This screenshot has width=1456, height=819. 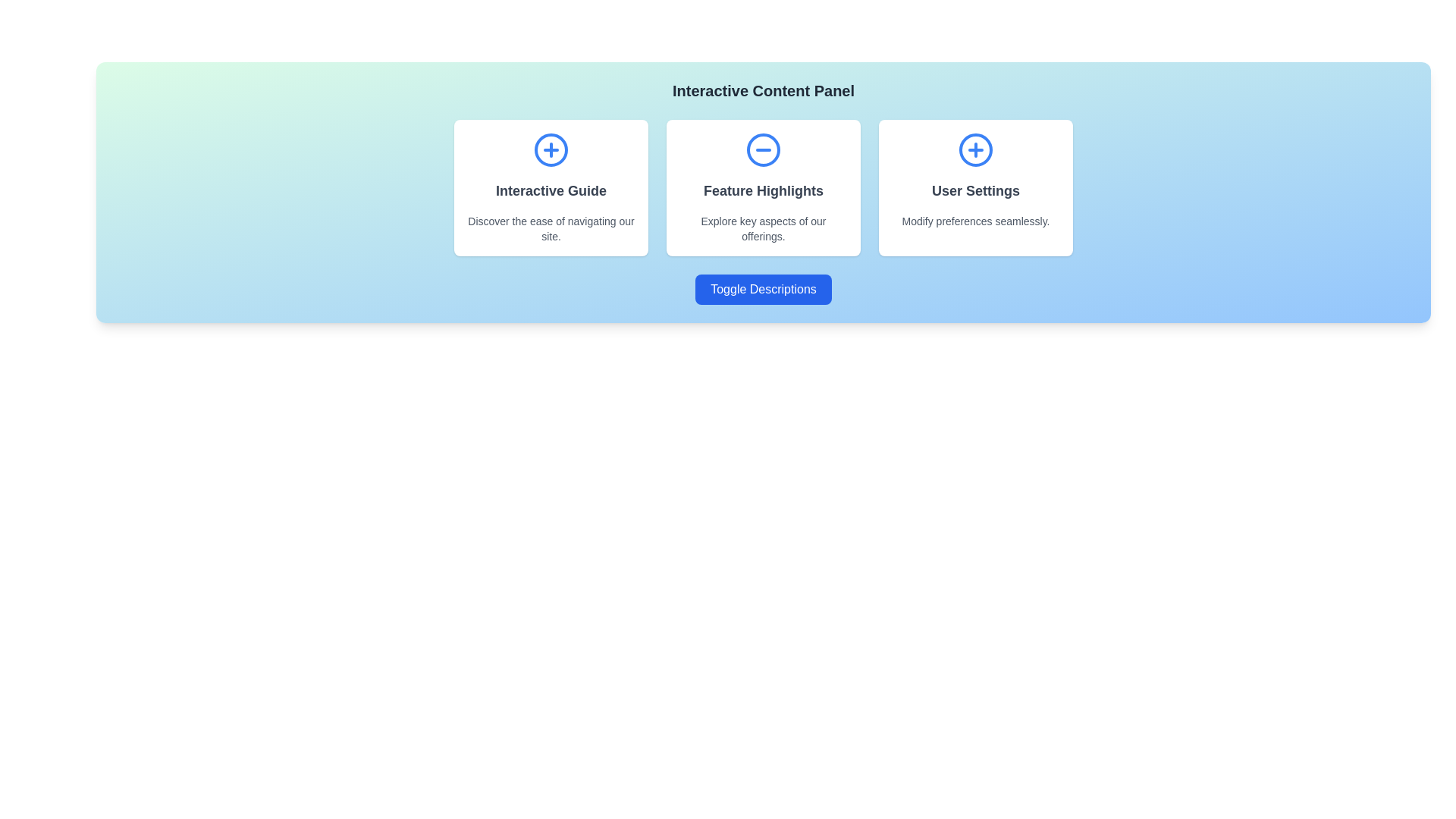 I want to click on the circular icon with a blue border and a horizontal minus sign at its center, located within the second white card titled 'Feature Highlights', so click(x=764, y=149).